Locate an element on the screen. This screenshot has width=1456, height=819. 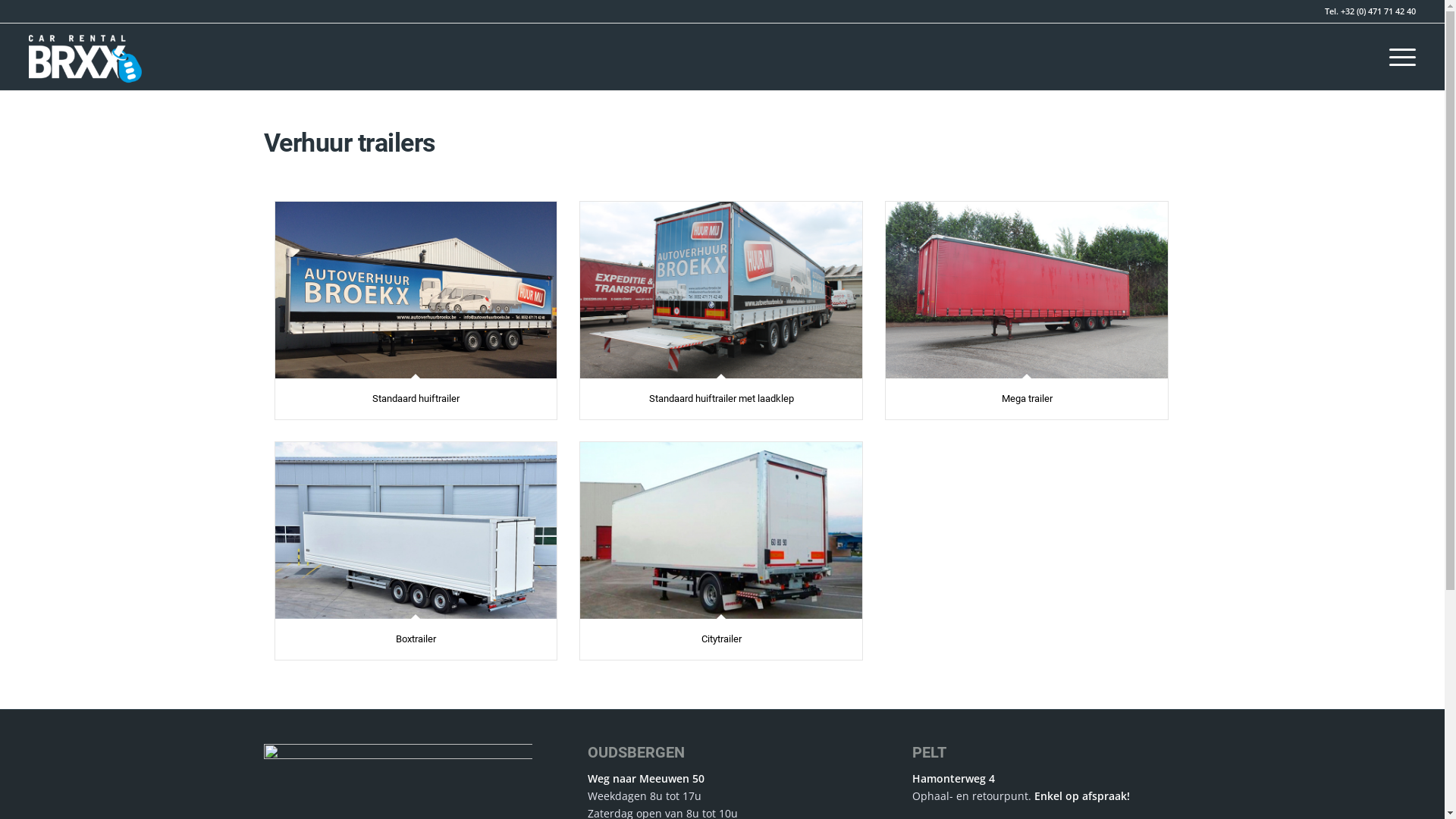
'Mega trailer' is located at coordinates (1026, 289).